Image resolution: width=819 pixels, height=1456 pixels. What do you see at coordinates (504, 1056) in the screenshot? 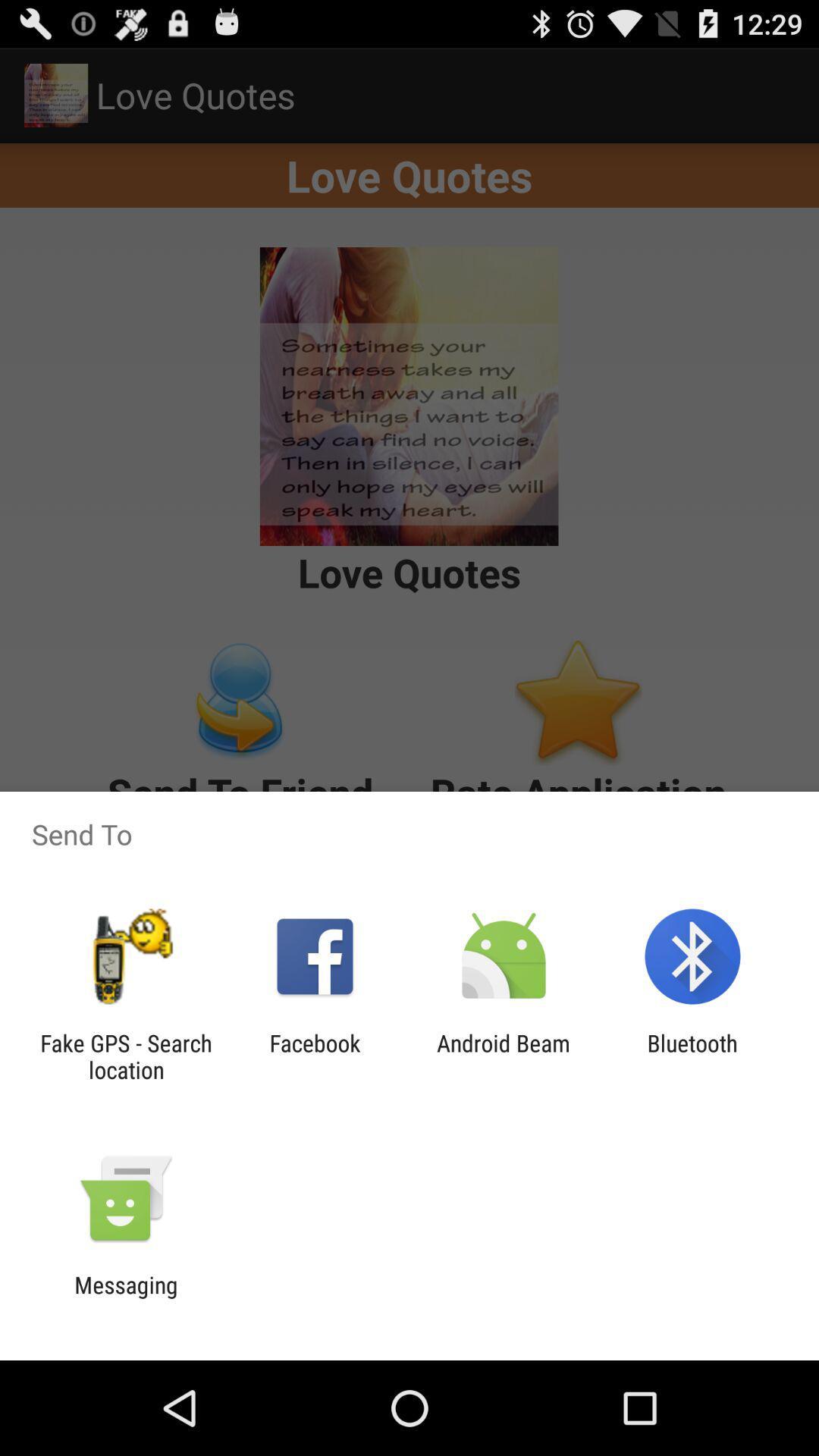
I see `item to the left of the bluetooth item` at bounding box center [504, 1056].